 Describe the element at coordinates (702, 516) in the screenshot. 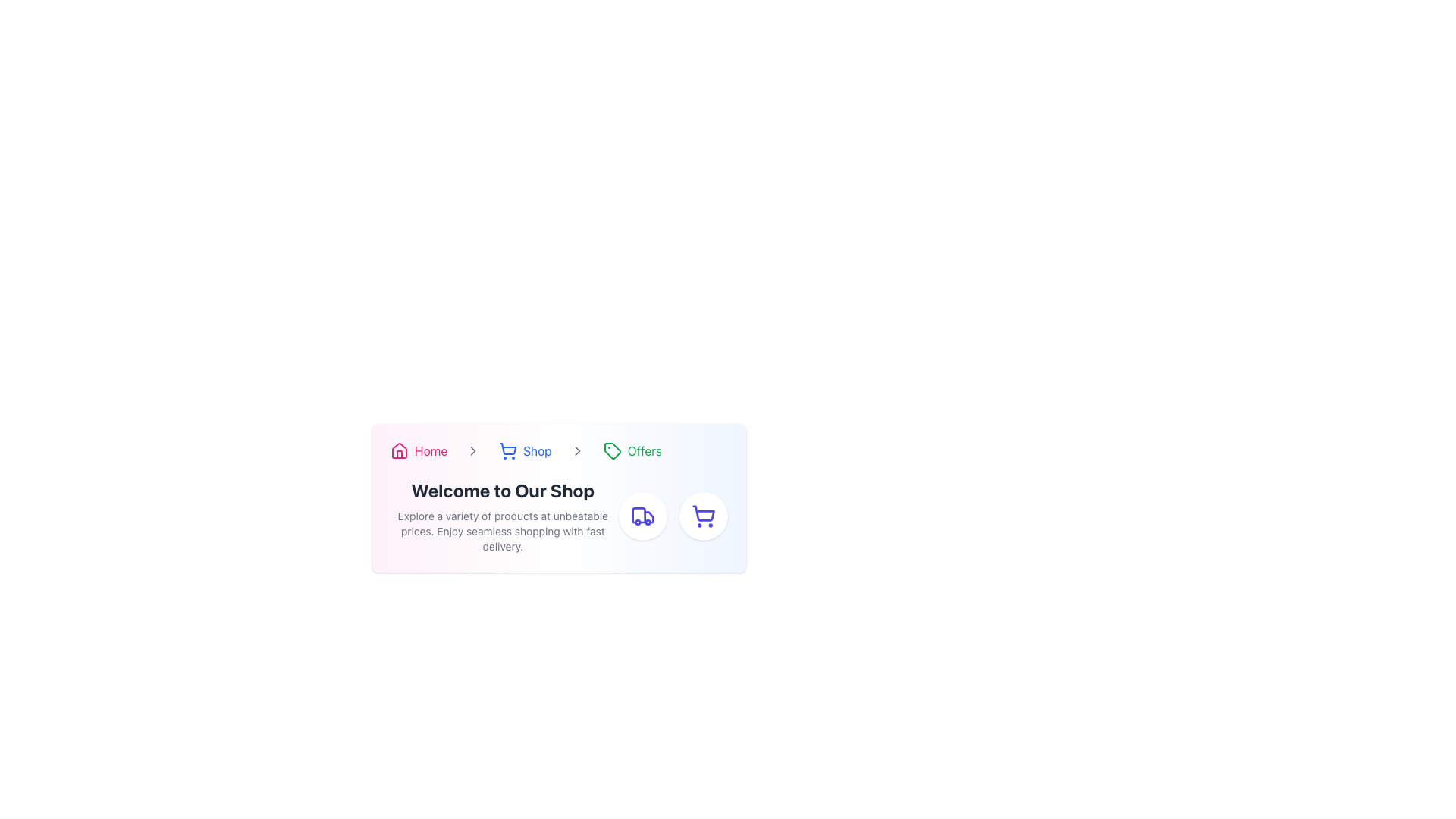

I see `the shopping cart button located on the right side of the horizontal row of circular buttons` at that location.